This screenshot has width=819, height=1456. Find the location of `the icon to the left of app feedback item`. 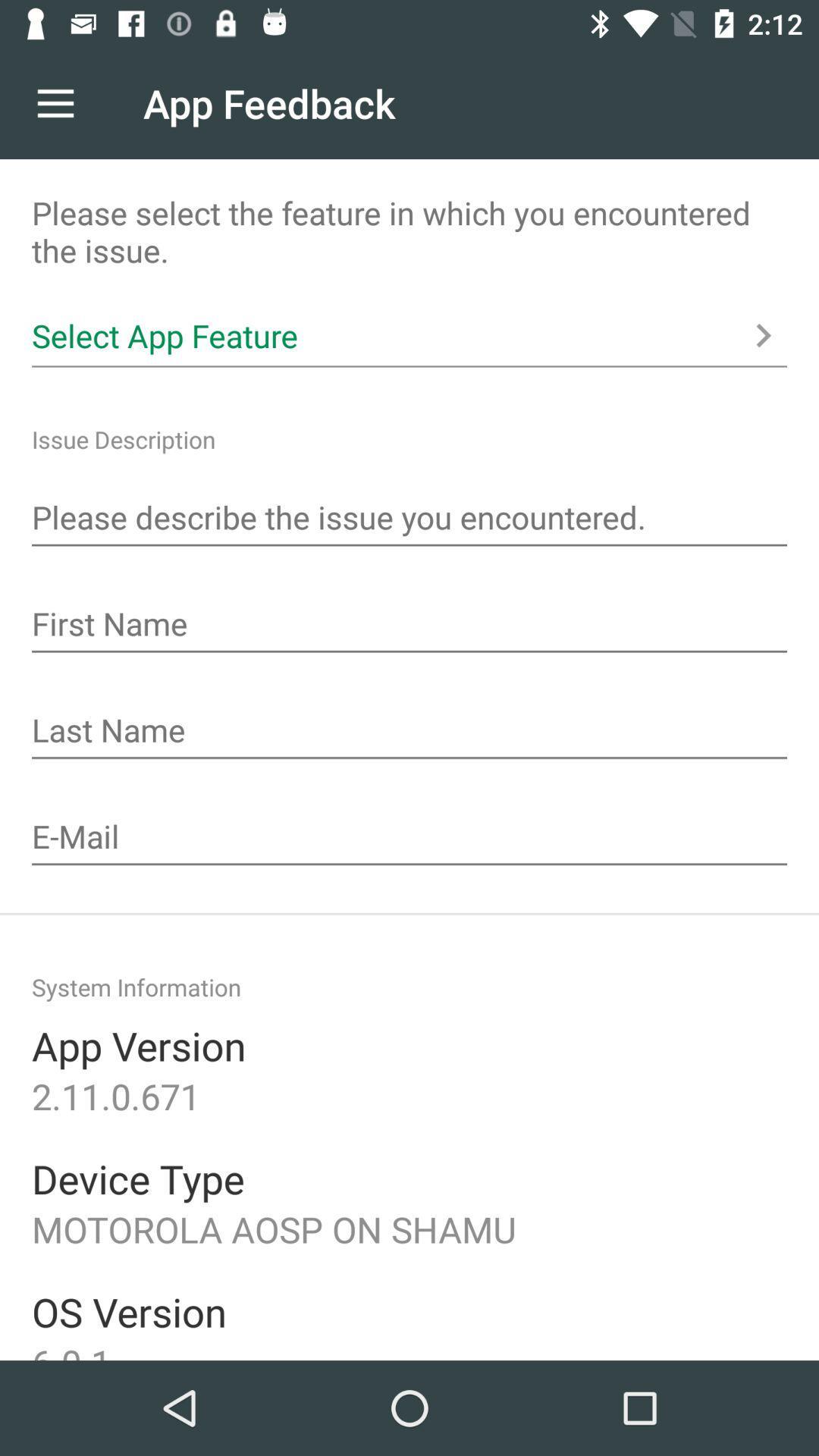

the icon to the left of app feedback item is located at coordinates (55, 102).